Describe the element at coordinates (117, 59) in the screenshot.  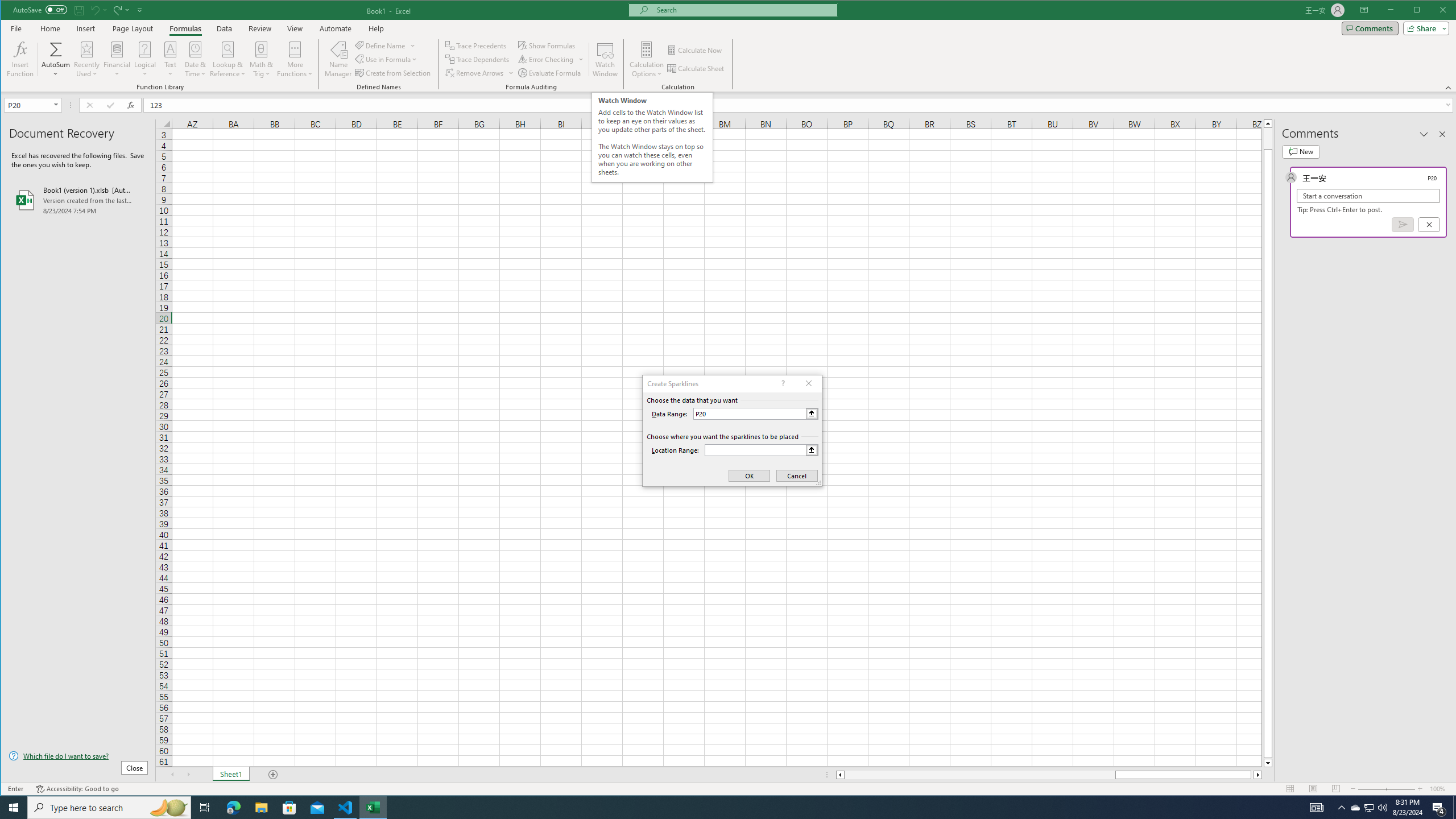
I see `'Financial'` at that location.